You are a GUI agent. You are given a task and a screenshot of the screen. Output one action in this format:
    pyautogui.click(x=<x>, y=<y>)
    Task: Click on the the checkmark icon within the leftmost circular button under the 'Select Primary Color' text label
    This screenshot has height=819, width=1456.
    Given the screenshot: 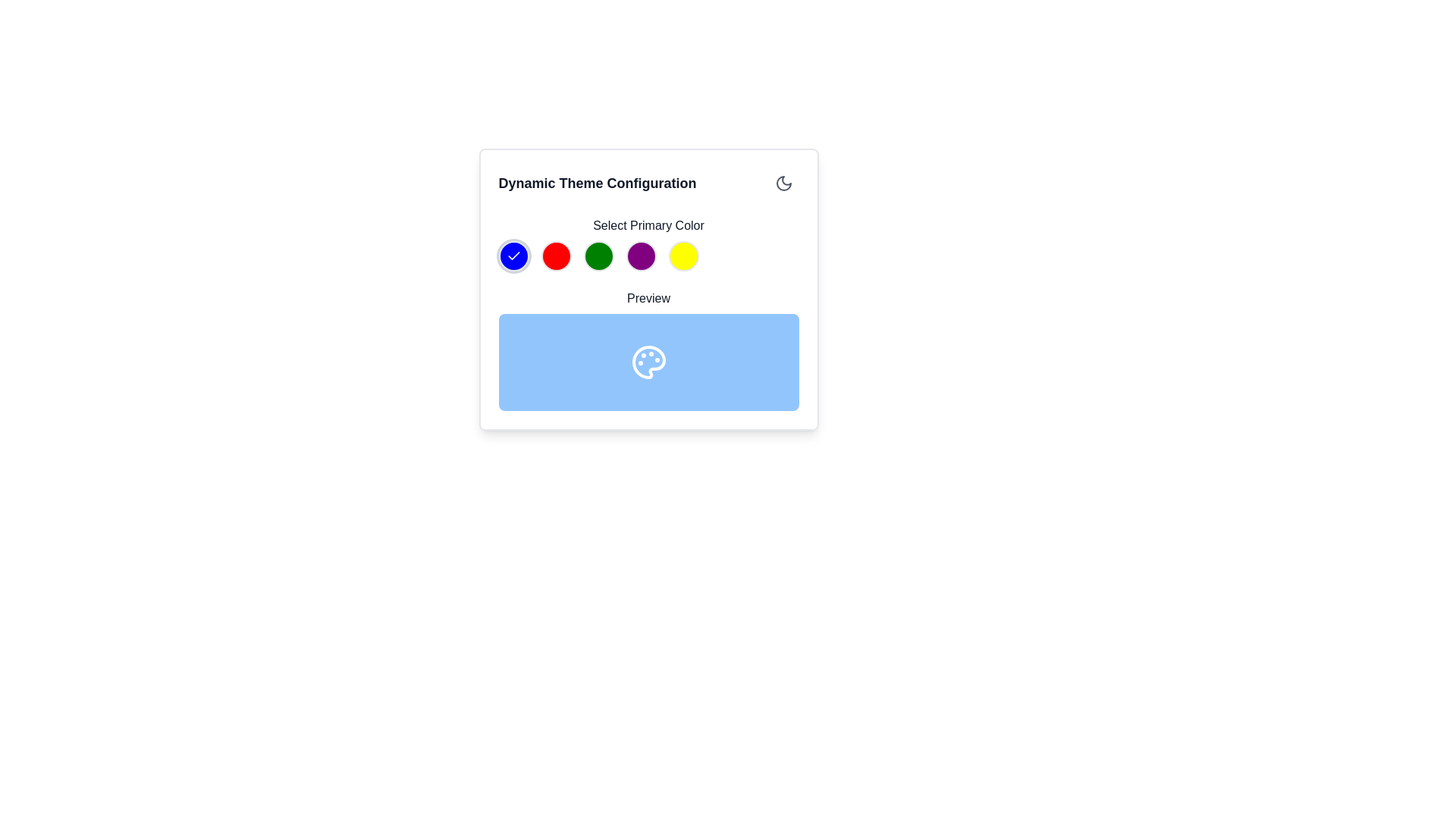 What is the action you would take?
    pyautogui.click(x=513, y=255)
    